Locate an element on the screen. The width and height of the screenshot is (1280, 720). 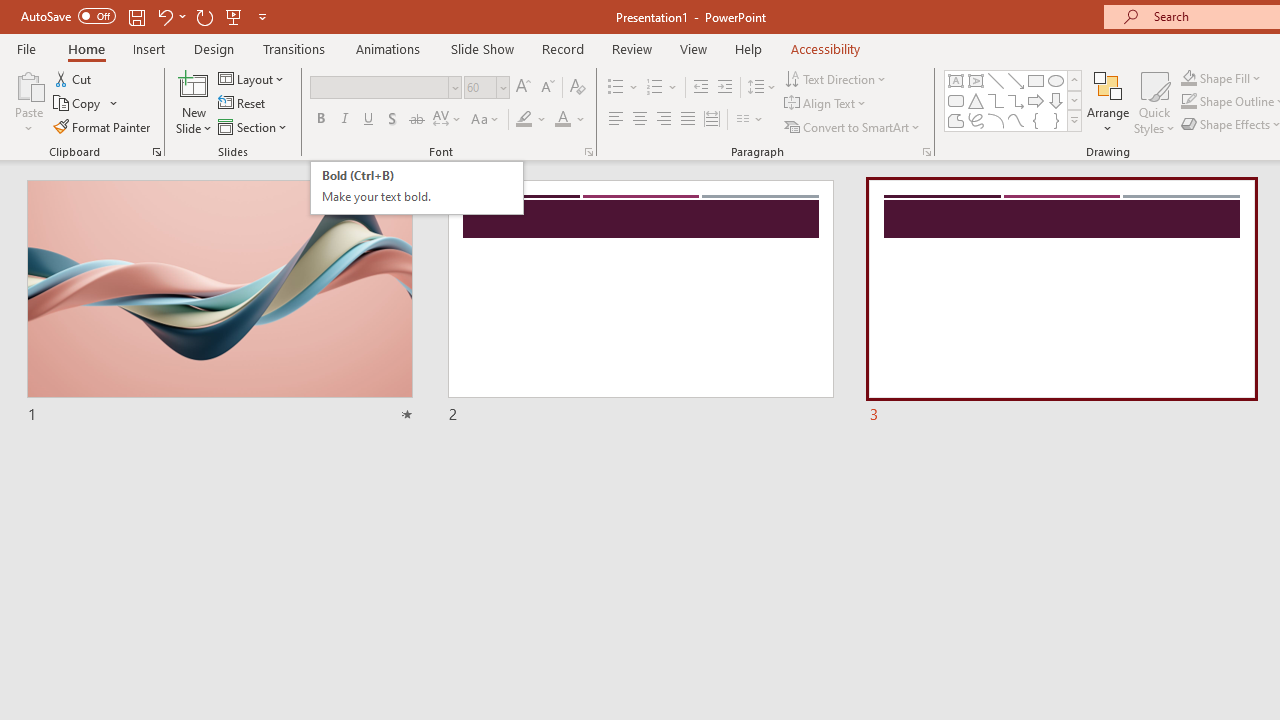
'Save' is located at coordinates (135, 16).